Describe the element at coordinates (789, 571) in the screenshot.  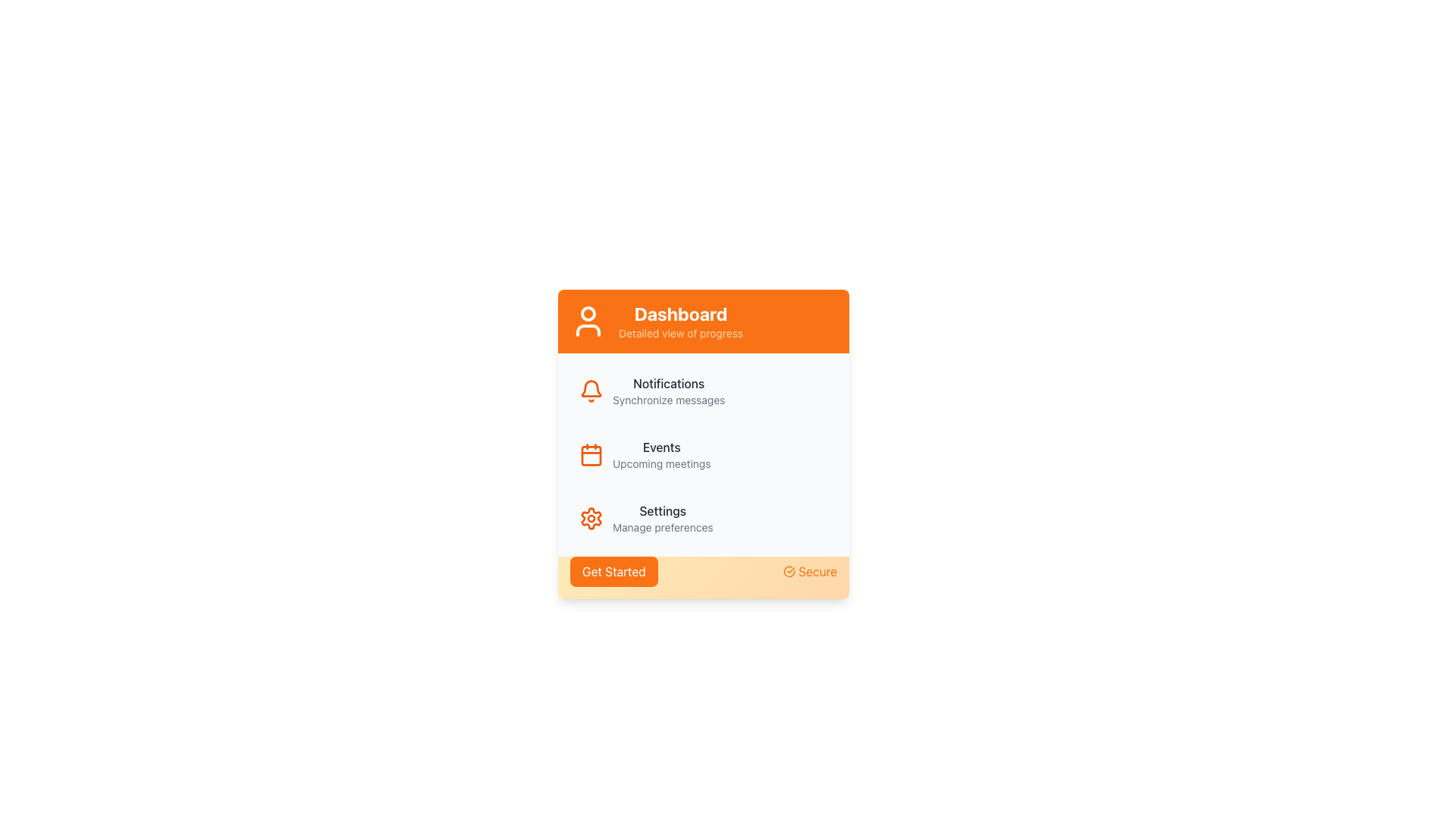
I see `the security icon located at the lower right segment of the card-shaped dashboard interface, next to the 'Secure' label` at that location.